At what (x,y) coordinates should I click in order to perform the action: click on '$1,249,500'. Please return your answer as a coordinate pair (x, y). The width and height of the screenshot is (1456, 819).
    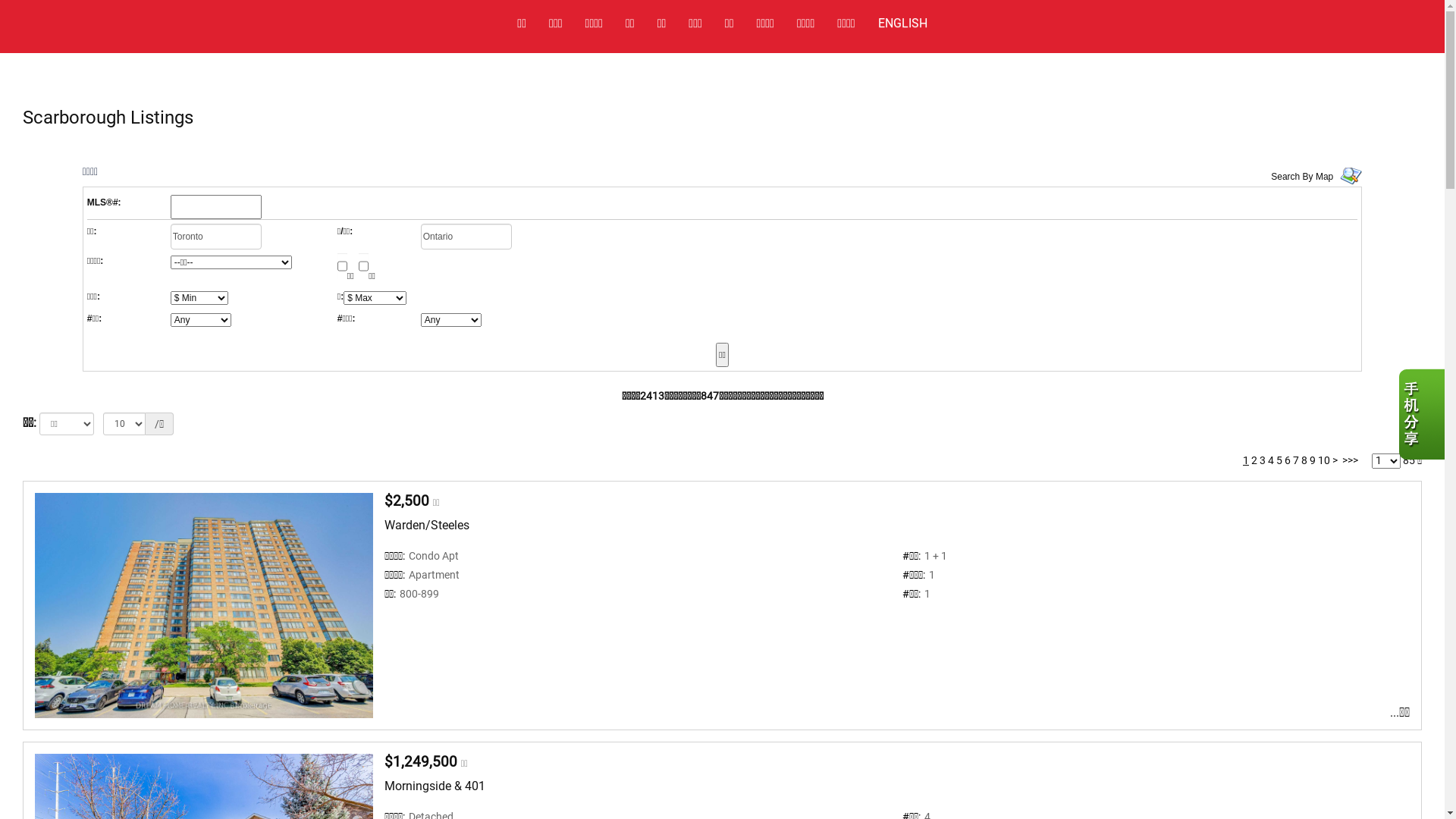
    Looking at the image, I should click on (421, 761).